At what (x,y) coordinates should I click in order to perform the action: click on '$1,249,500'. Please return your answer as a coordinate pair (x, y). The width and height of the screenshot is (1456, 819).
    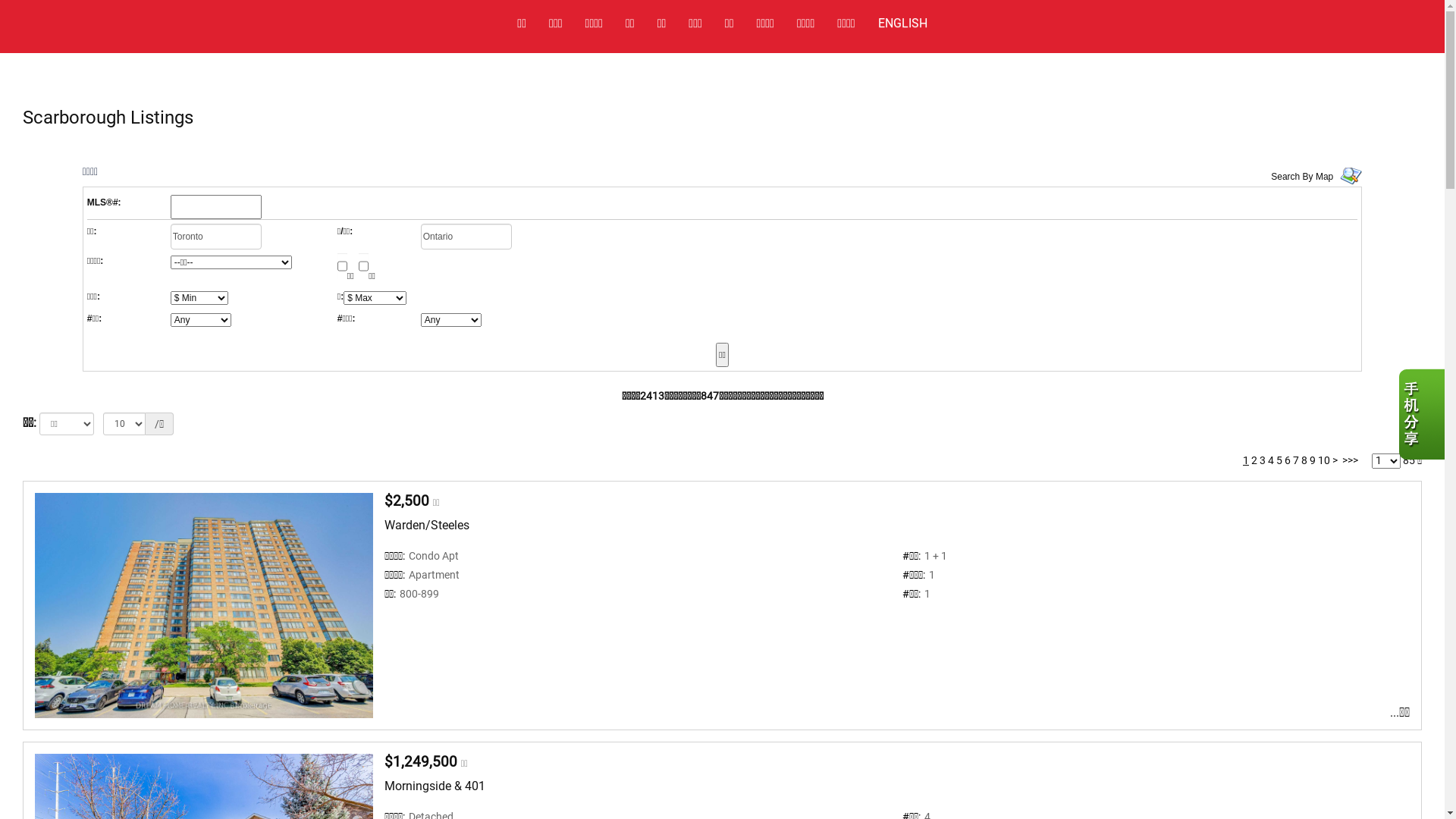
    Looking at the image, I should click on (421, 761).